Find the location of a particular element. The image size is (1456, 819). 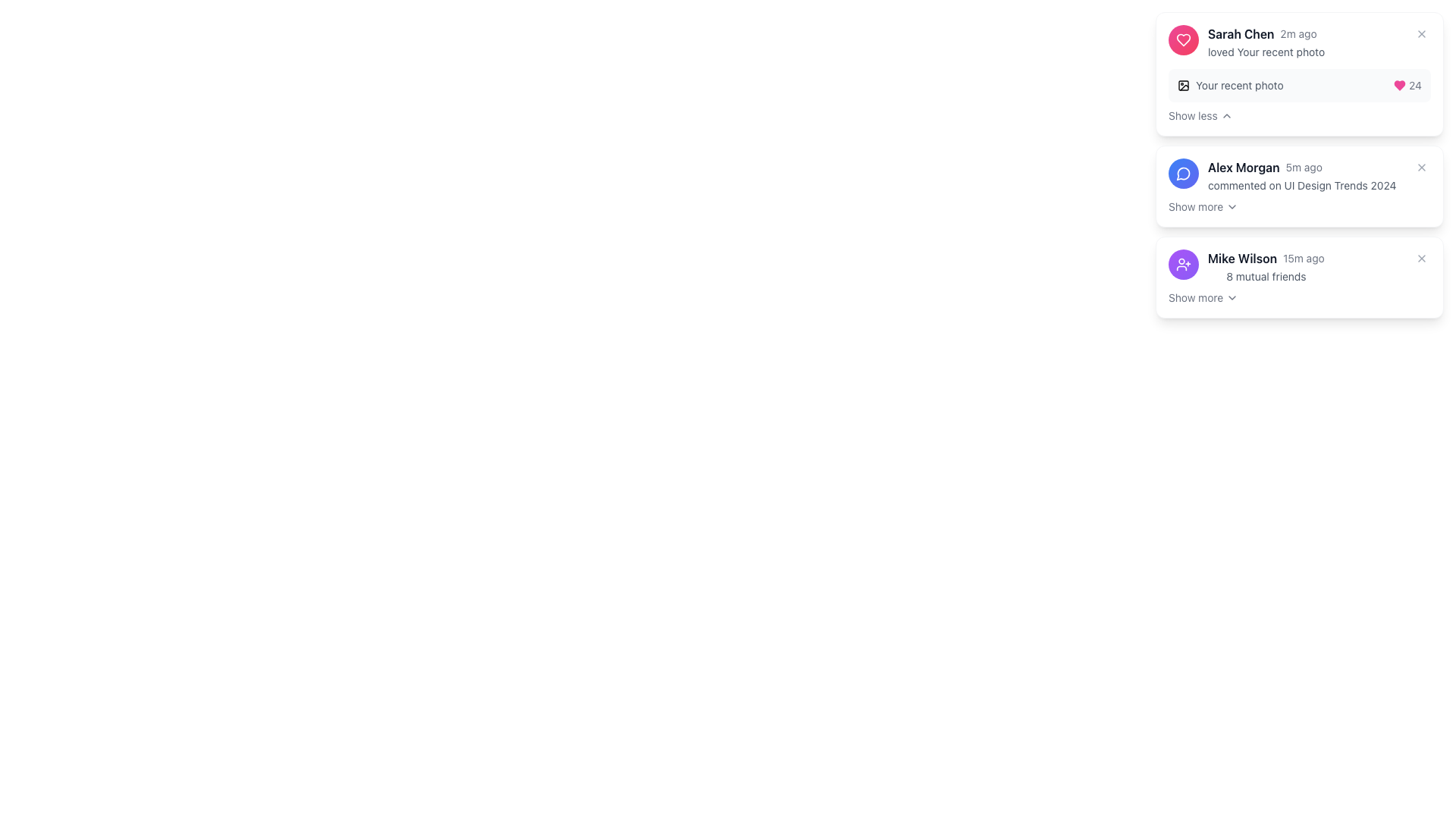

the 'X' button located in the upper-right corner of the notification card for 'Alex Morgan' is located at coordinates (1421, 167).